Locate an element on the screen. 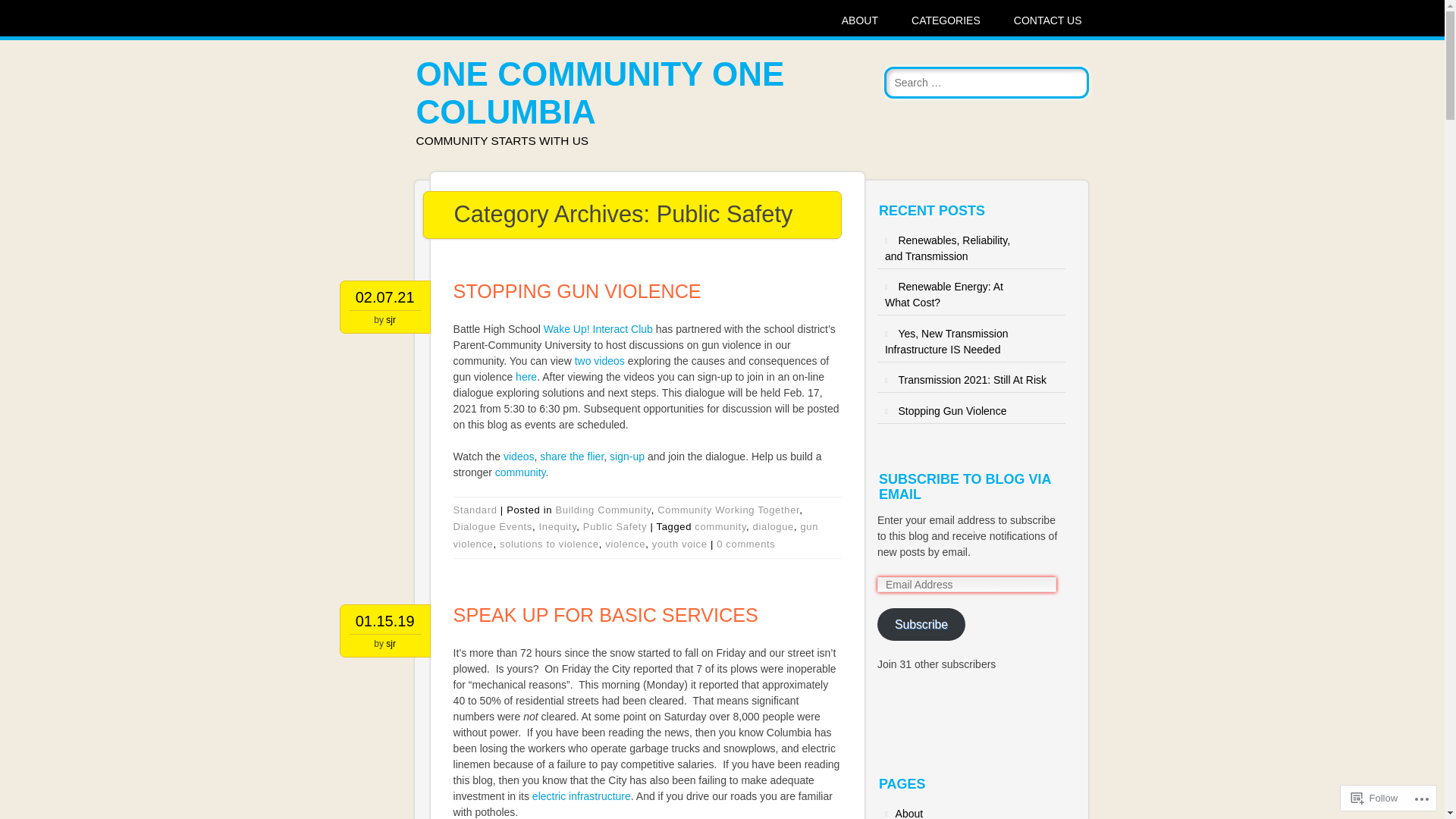 This screenshot has height=819, width=1456. 'STOPPING GUN VIOLENCE' is located at coordinates (576, 291).